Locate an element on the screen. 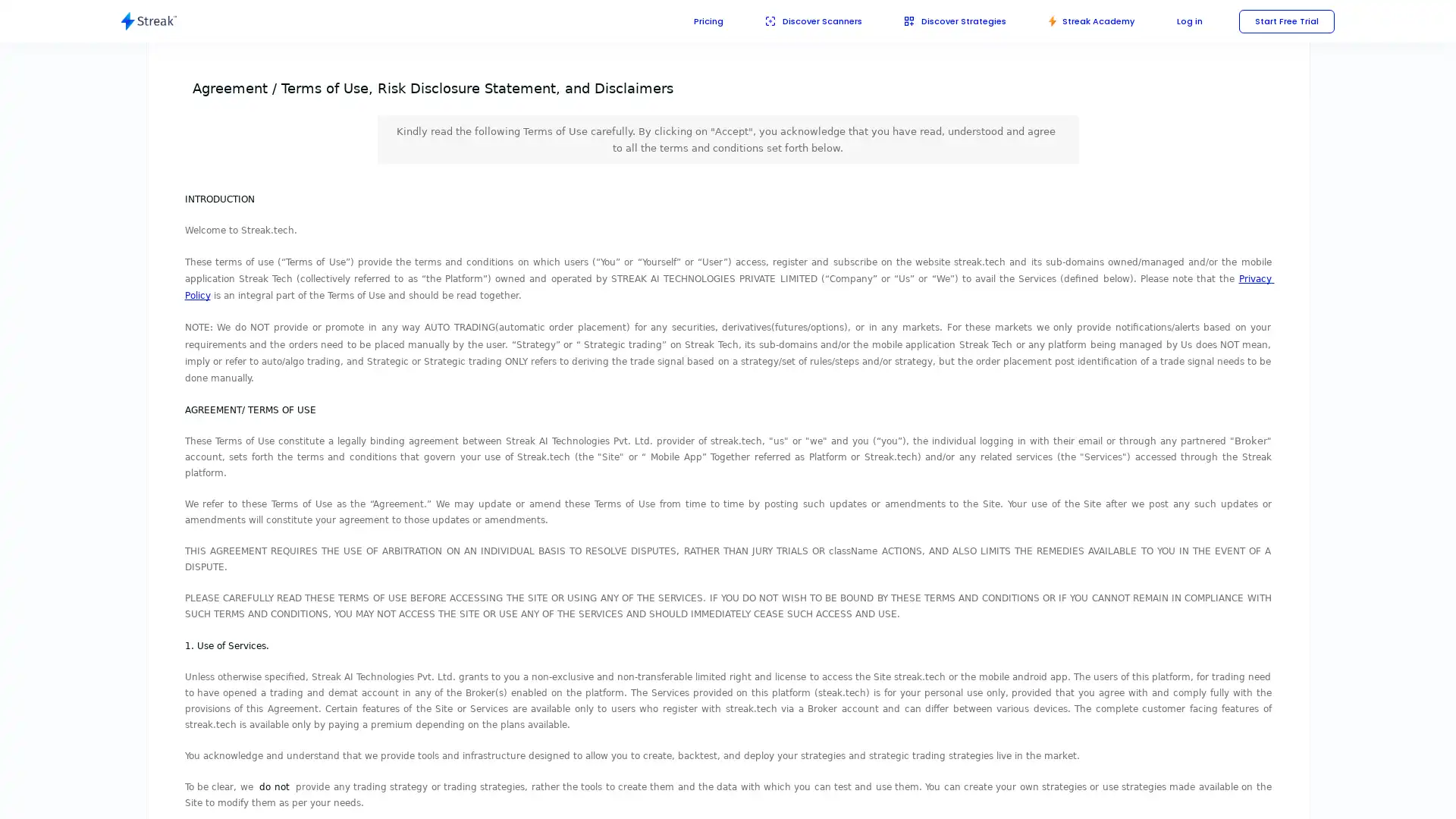 The image size is (1456, 819). Discover Scanners is located at coordinates (794, 20).